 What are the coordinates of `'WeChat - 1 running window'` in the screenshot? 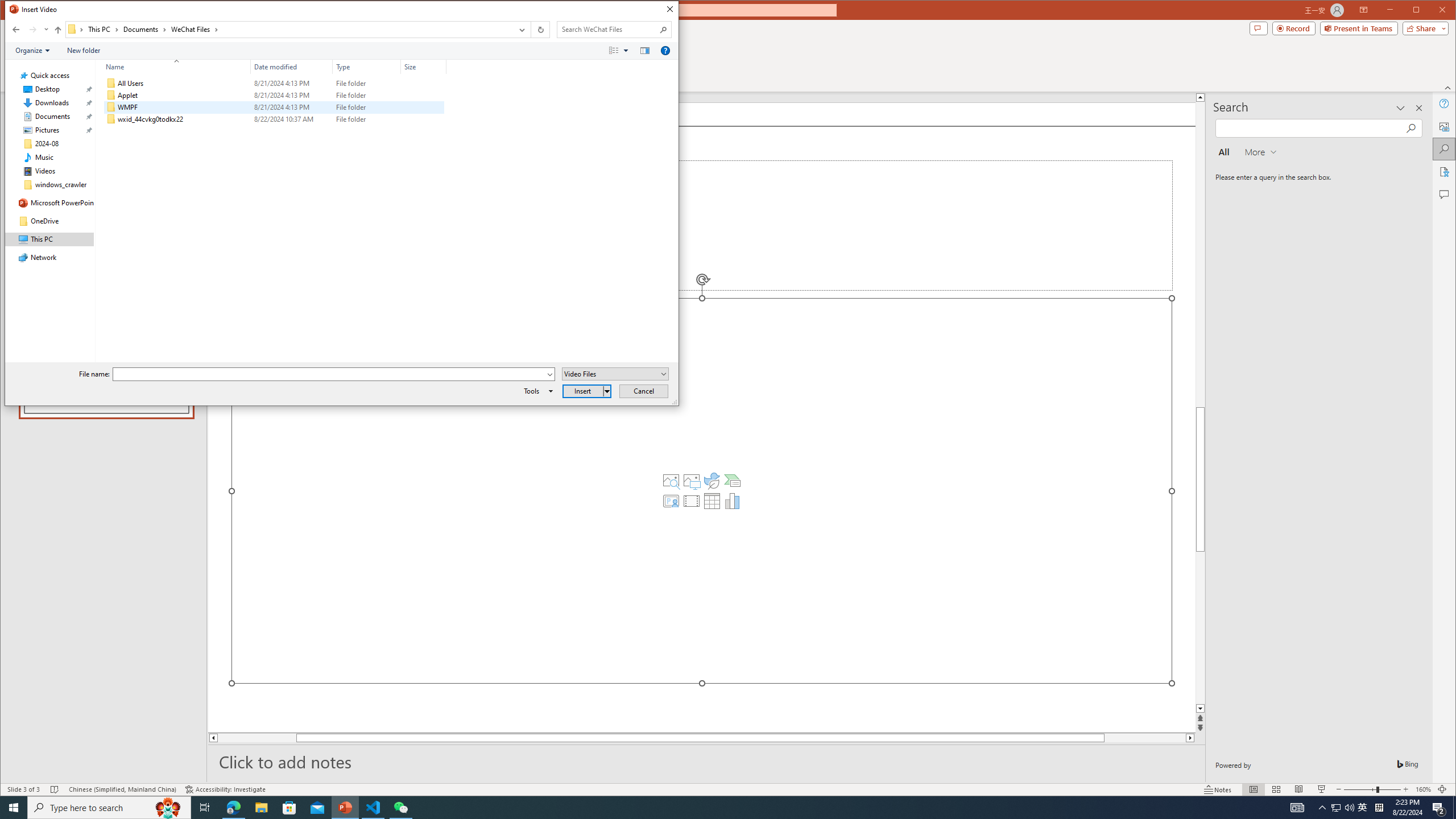 It's located at (401, 806).